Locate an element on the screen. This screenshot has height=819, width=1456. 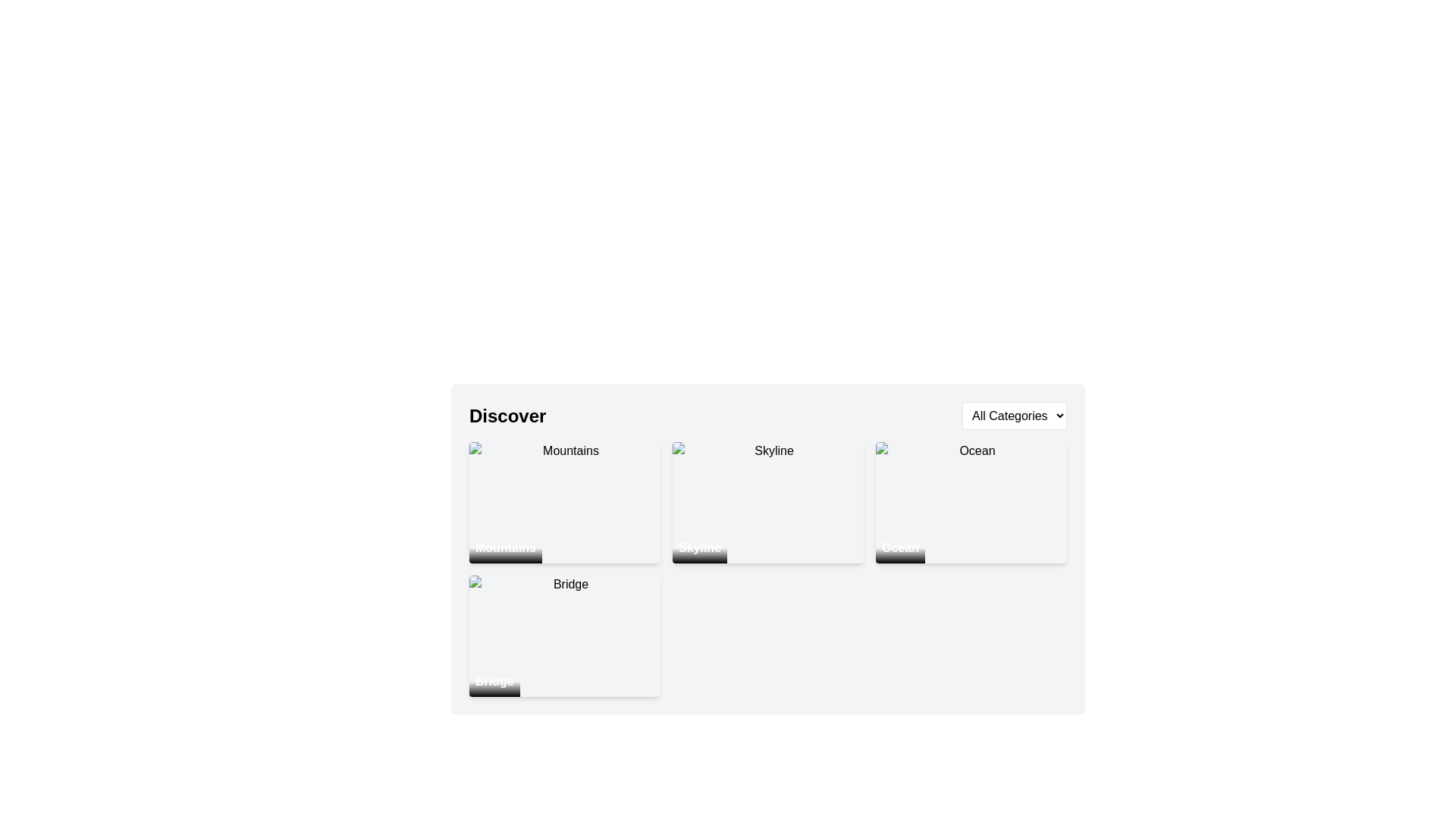
the first card in the grid layout that serves as a preview or link to content related to 'Mountains' is located at coordinates (563, 503).